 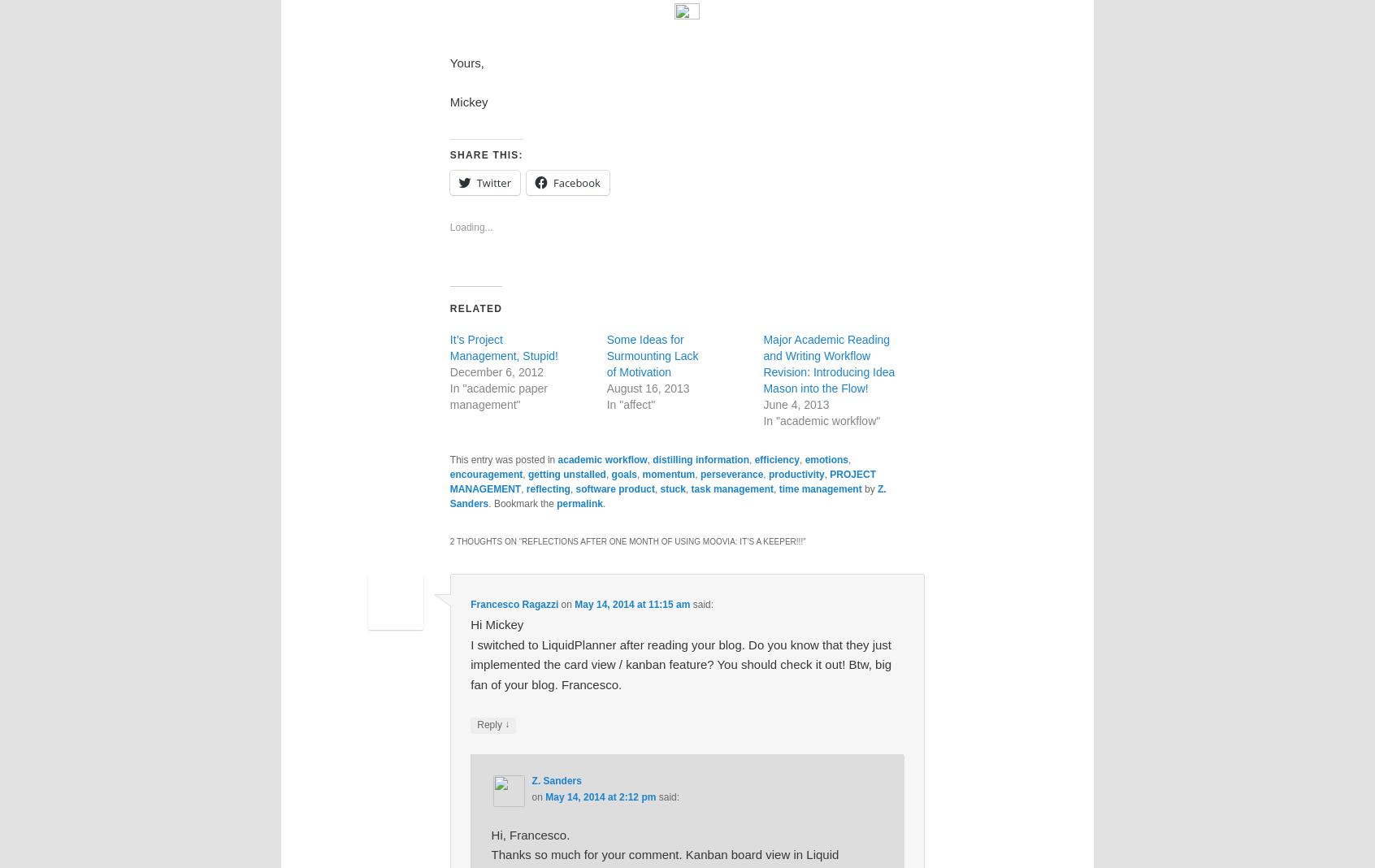 What do you see at coordinates (662, 480) in the screenshot?
I see `'PROJECT MANAGEMENT'` at bounding box center [662, 480].